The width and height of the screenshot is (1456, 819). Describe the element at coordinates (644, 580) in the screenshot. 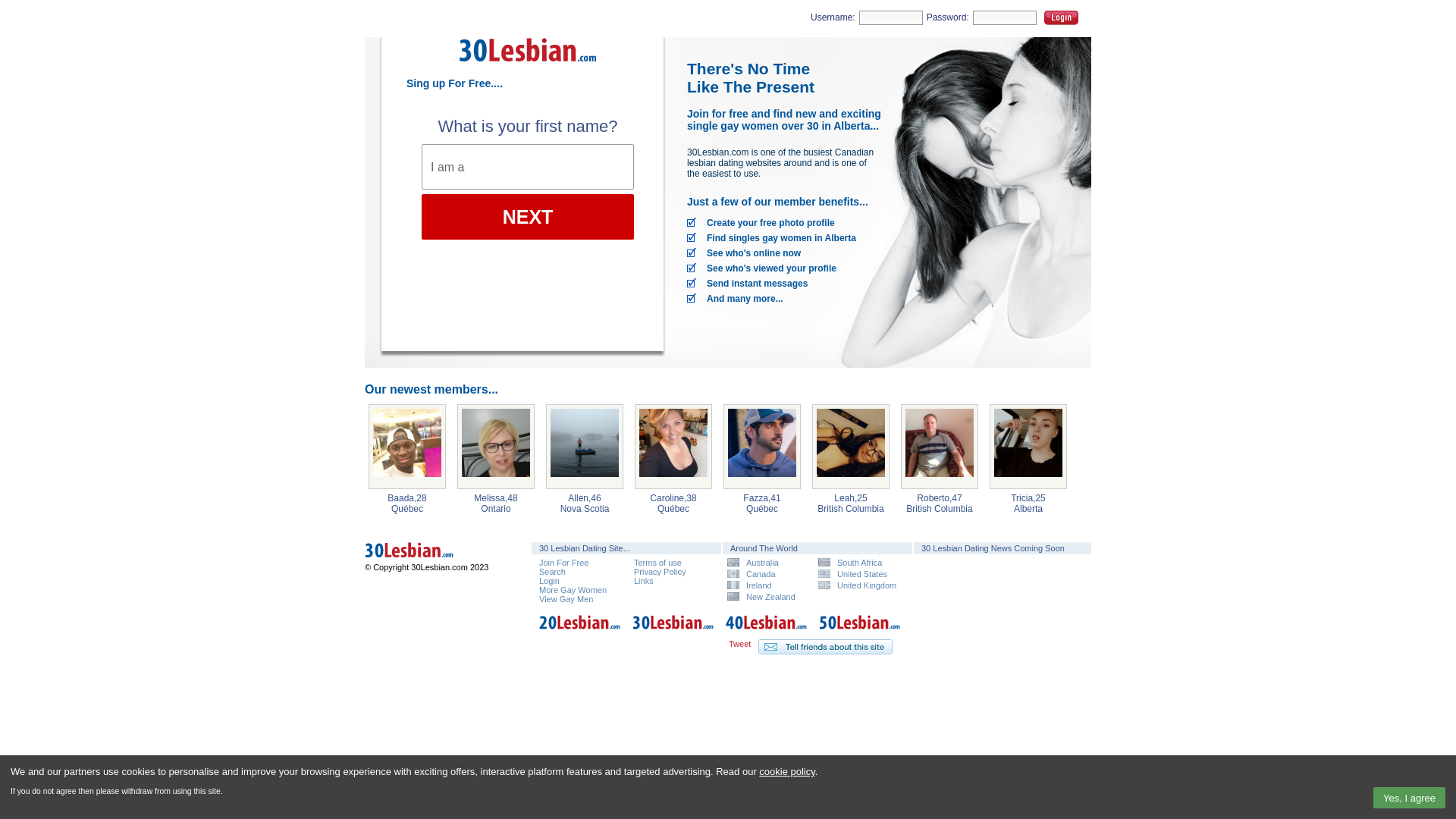

I see `'Links'` at that location.